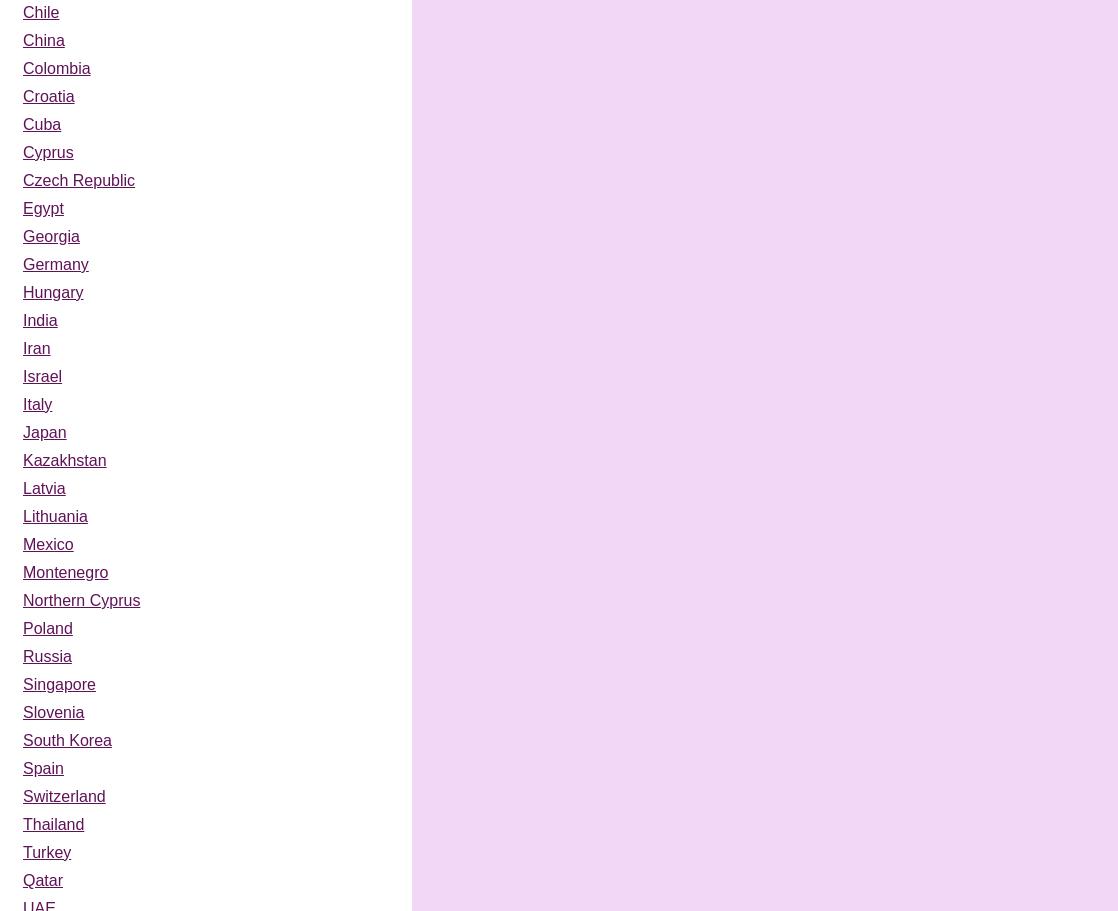 This screenshot has height=911, width=1118. Describe the element at coordinates (46, 852) in the screenshot. I see `'Turkey'` at that location.